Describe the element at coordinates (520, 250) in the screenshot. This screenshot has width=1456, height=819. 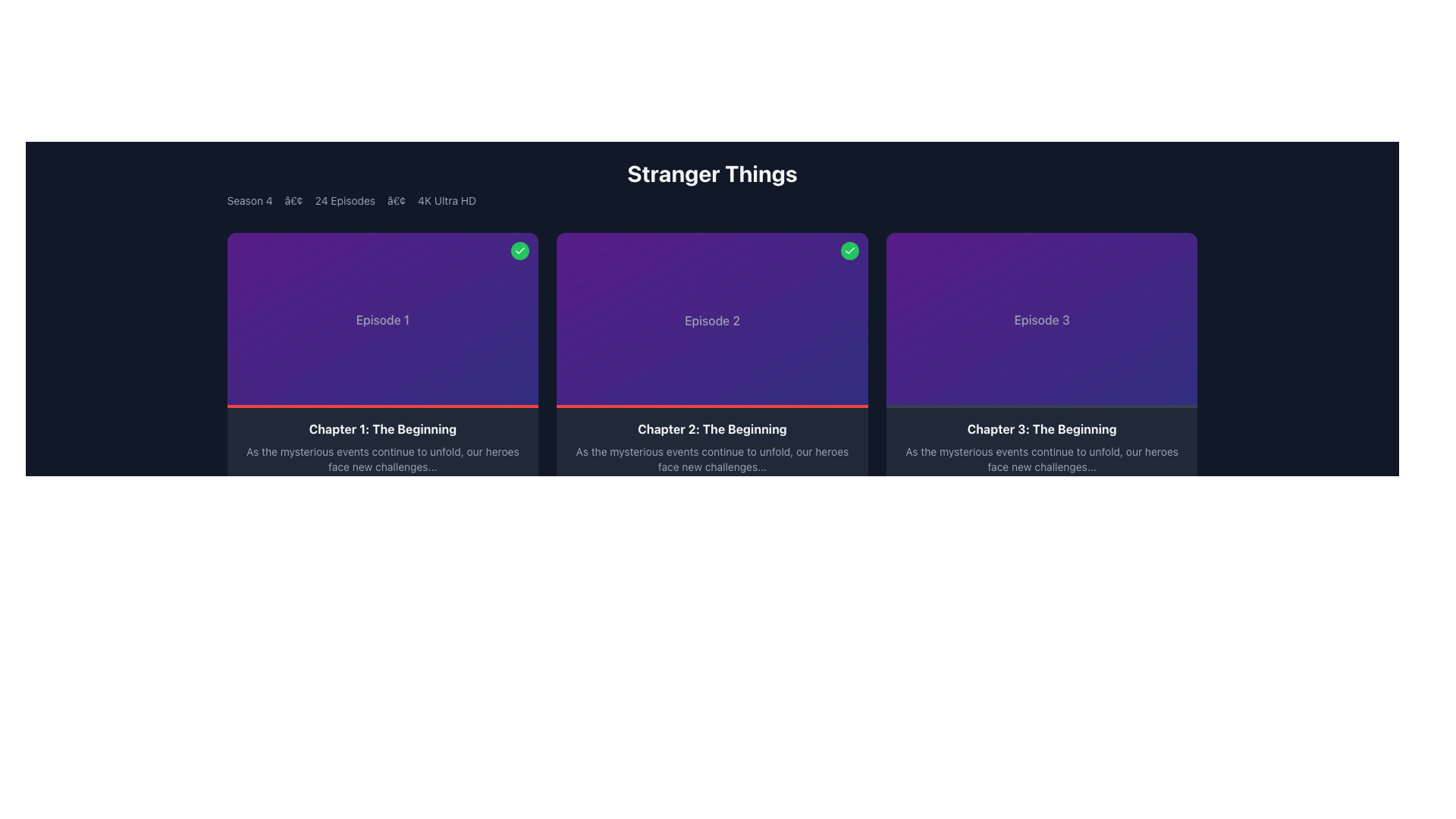
I see `the circular green icon with a checkmark inside it, located in the top-right corner of the 'Episode 2' card` at that location.